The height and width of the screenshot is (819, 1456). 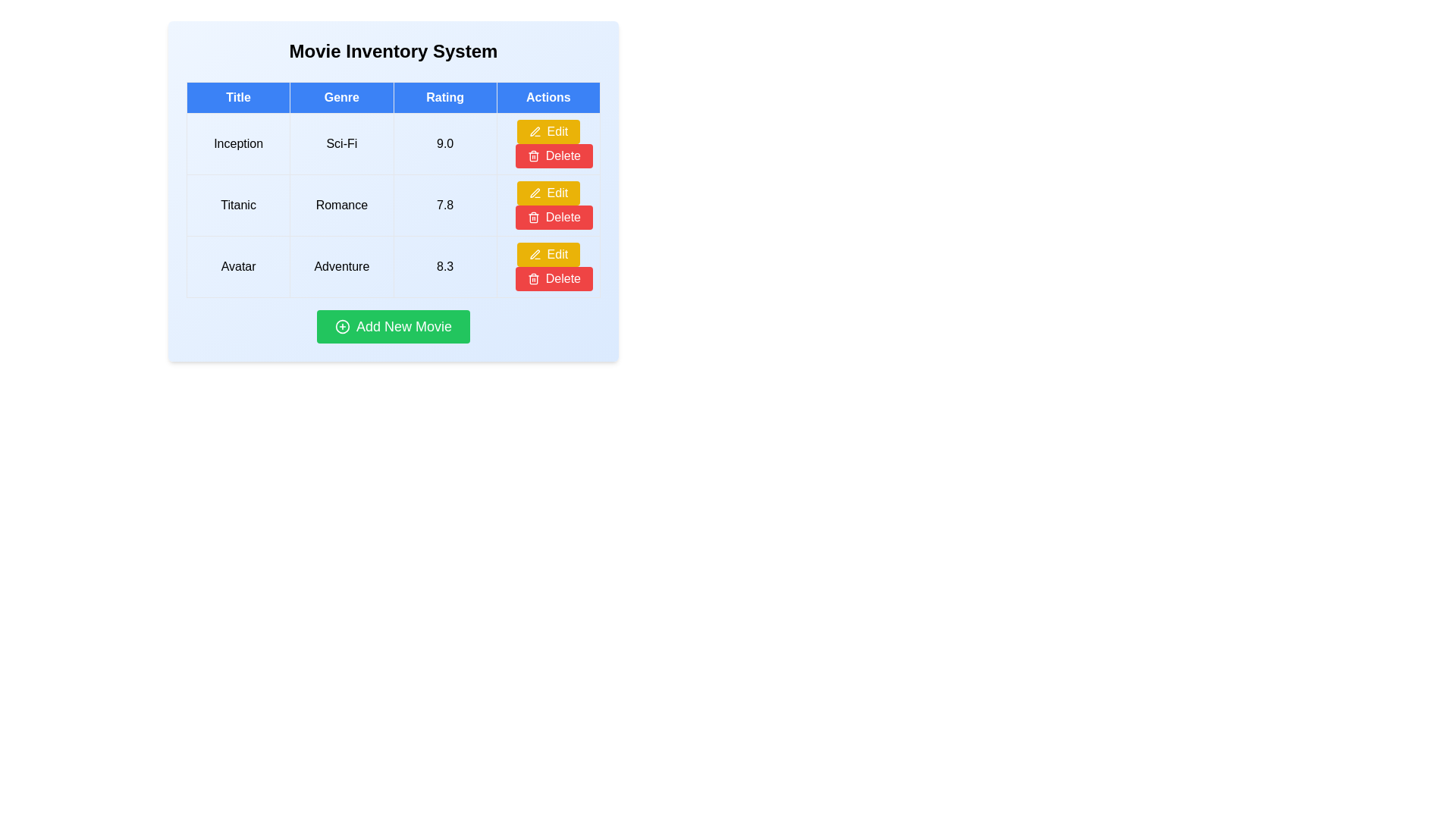 What do you see at coordinates (548, 265) in the screenshot?
I see `the button group located in the 'Actions' column of the last row associated with 'Avatar Adventure 8.3'` at bounding box center [548, 265].